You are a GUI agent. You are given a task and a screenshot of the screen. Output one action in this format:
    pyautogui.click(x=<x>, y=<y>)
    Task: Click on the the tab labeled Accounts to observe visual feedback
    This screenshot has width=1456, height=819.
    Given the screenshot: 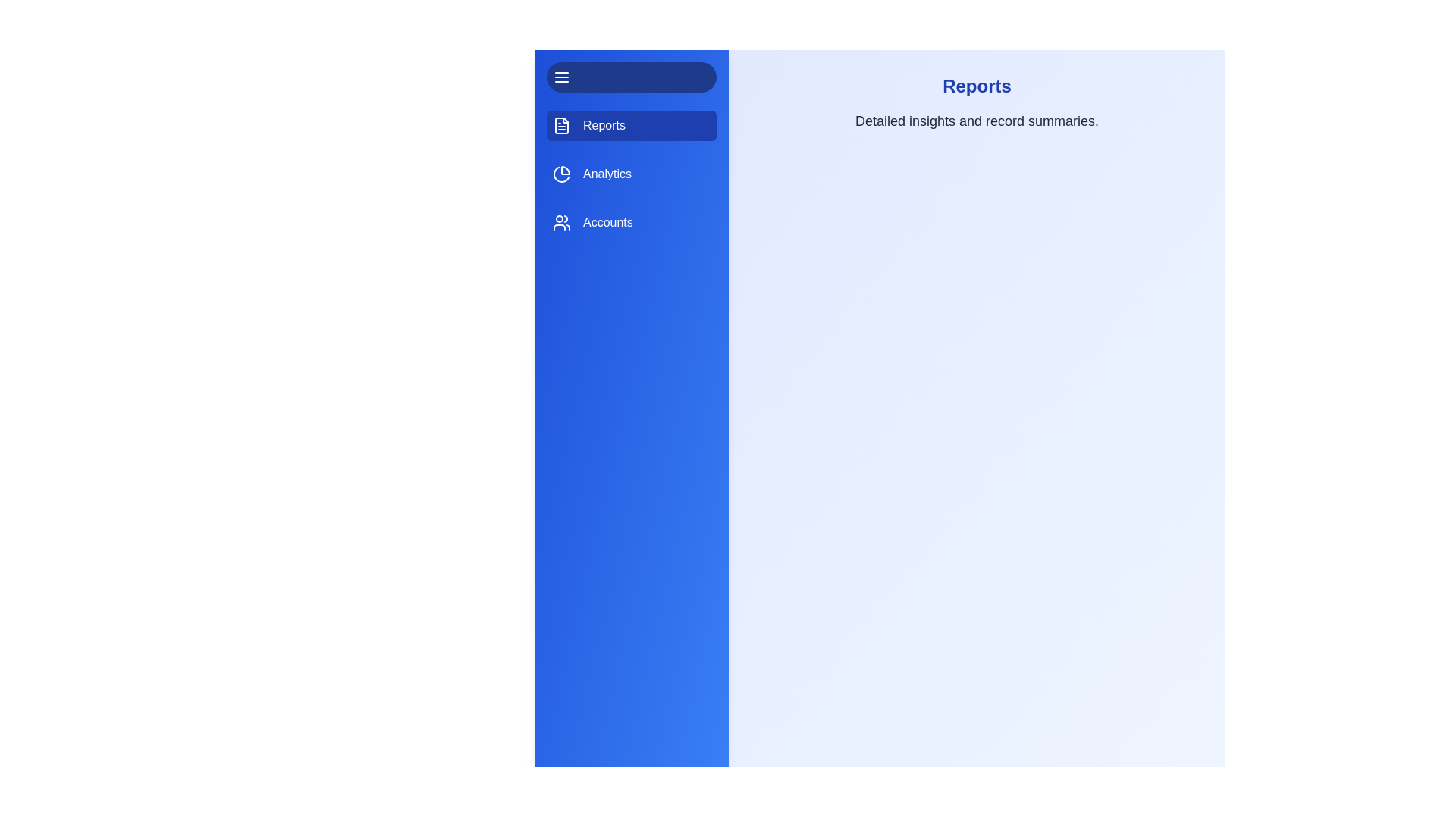 What is the action you would take?
    pyautogui.click(x=632, y=222)
    